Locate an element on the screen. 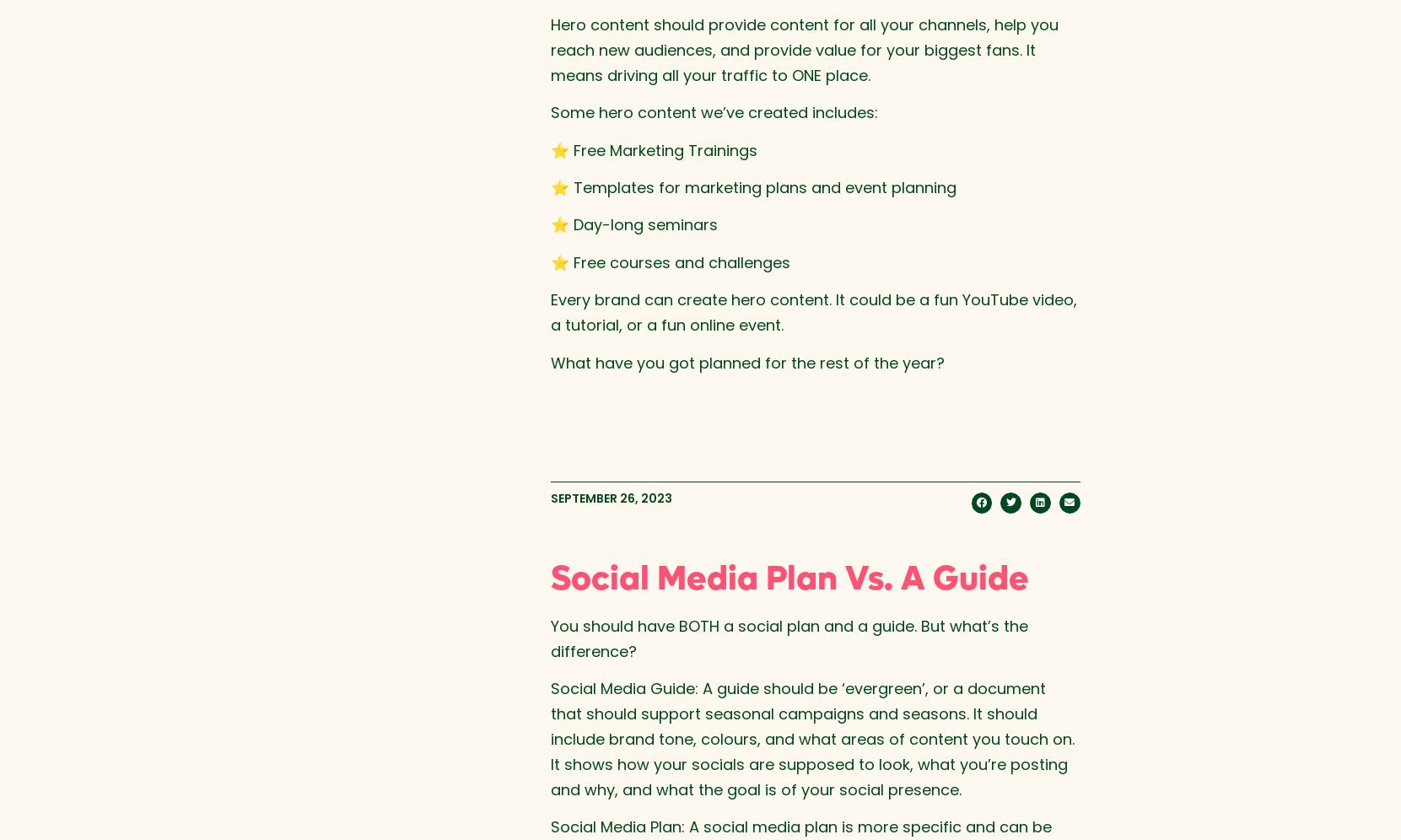 This screenshot has height=840, width=1401. '⭐️ Free courses and challenges⁠' is located at coordinates (668, 261).